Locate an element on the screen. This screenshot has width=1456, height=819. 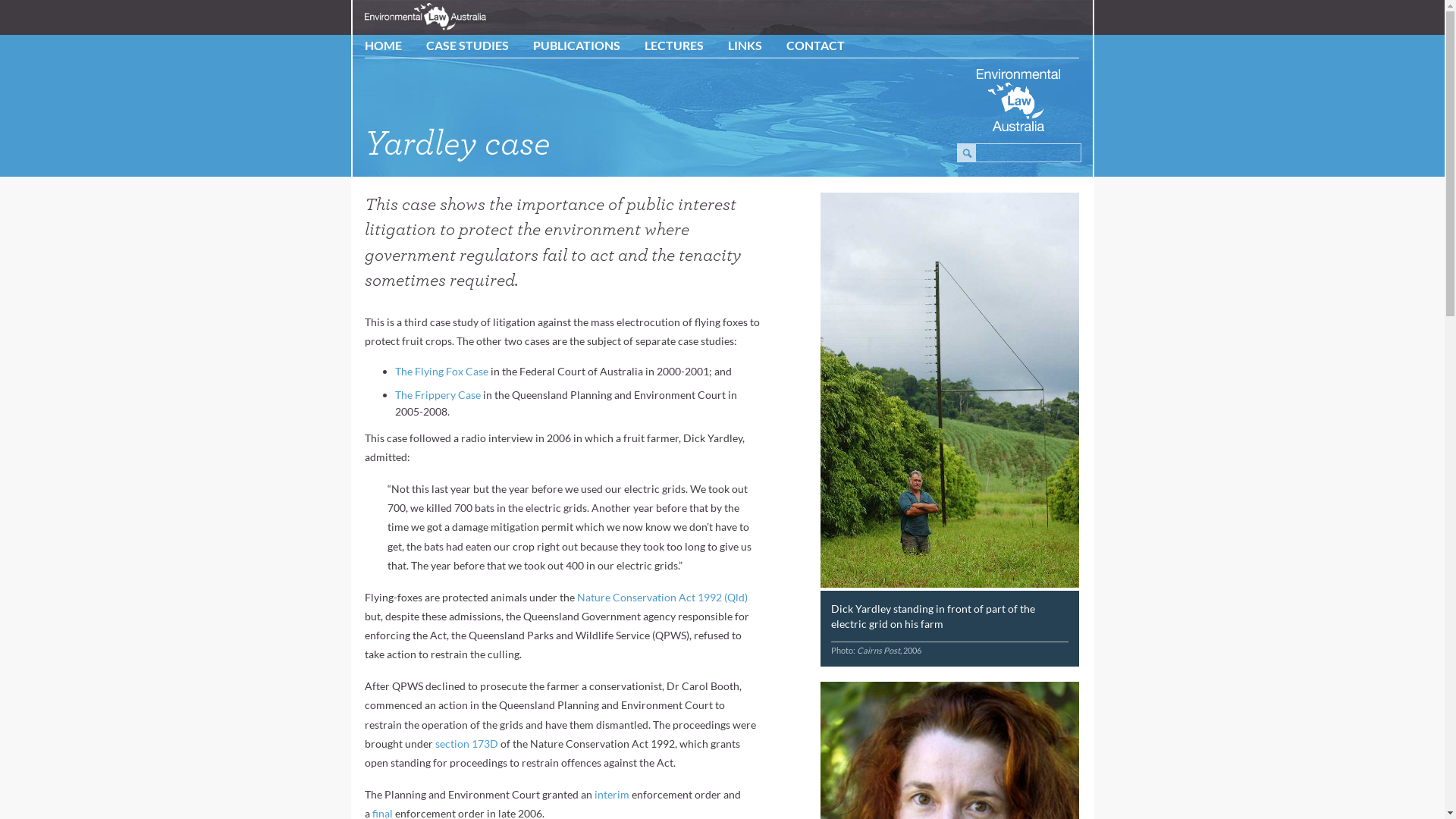
'Nature Conservation Act ' is located at coordinates (637, 596).